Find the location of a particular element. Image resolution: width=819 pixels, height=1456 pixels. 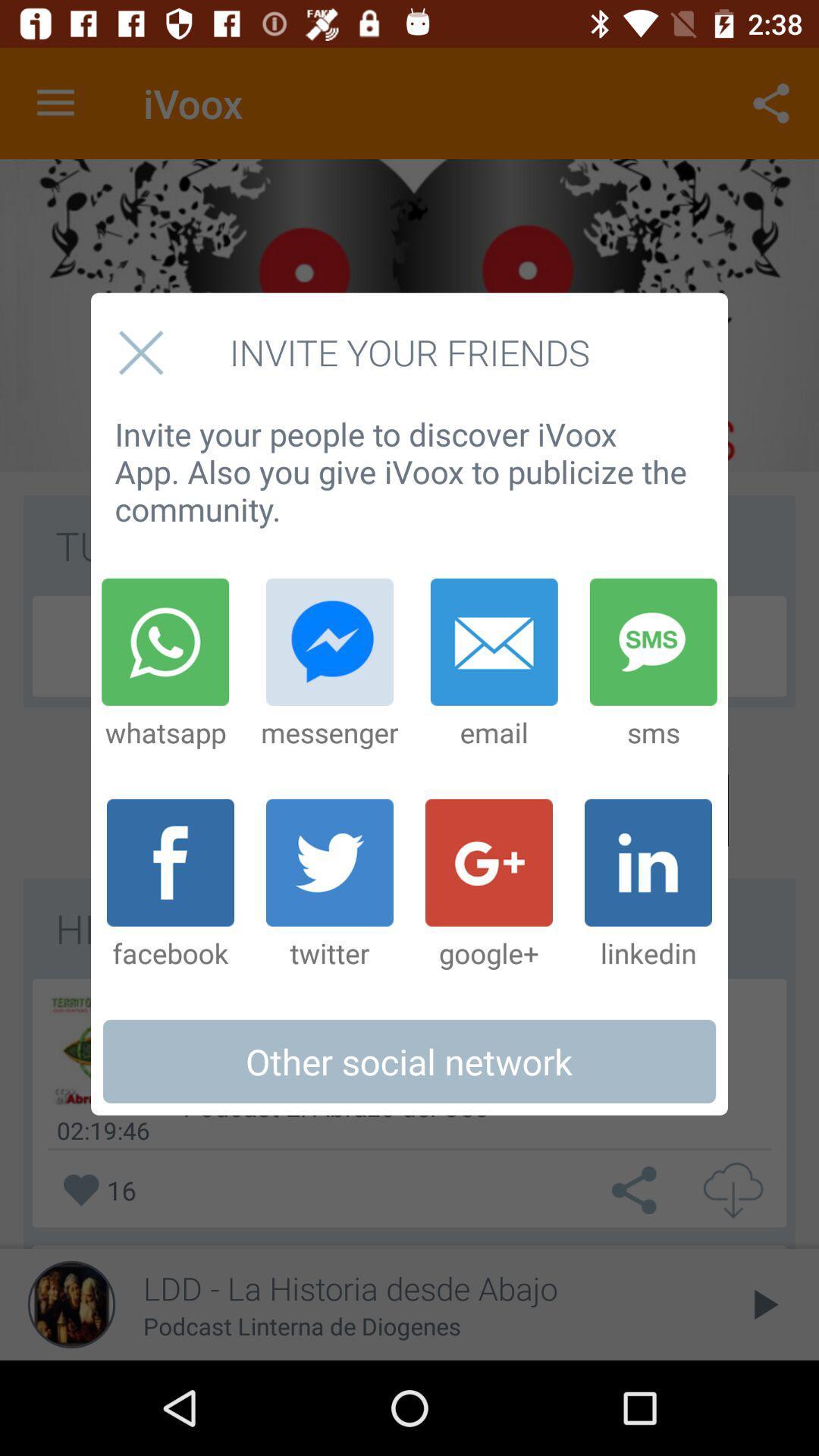

facebook item is located at coordinates (170, 885).